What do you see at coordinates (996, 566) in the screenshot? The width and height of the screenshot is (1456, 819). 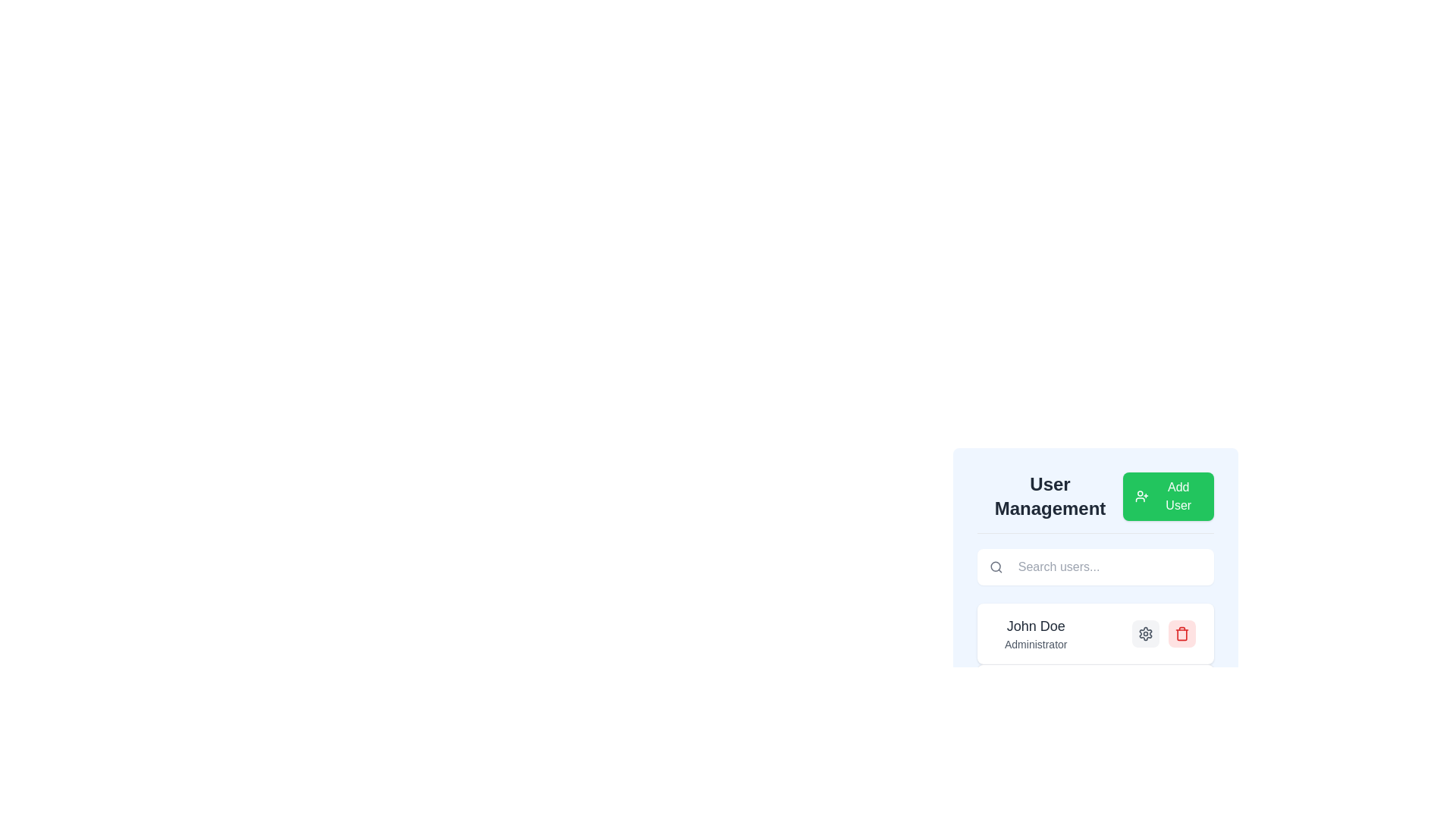 I see `the circular part of the search icon, which is designed with a thin outline and is positioned within a magnifying glass shape in the search bar area, located below the 'User Management' title` at bounding box center [996, 566].